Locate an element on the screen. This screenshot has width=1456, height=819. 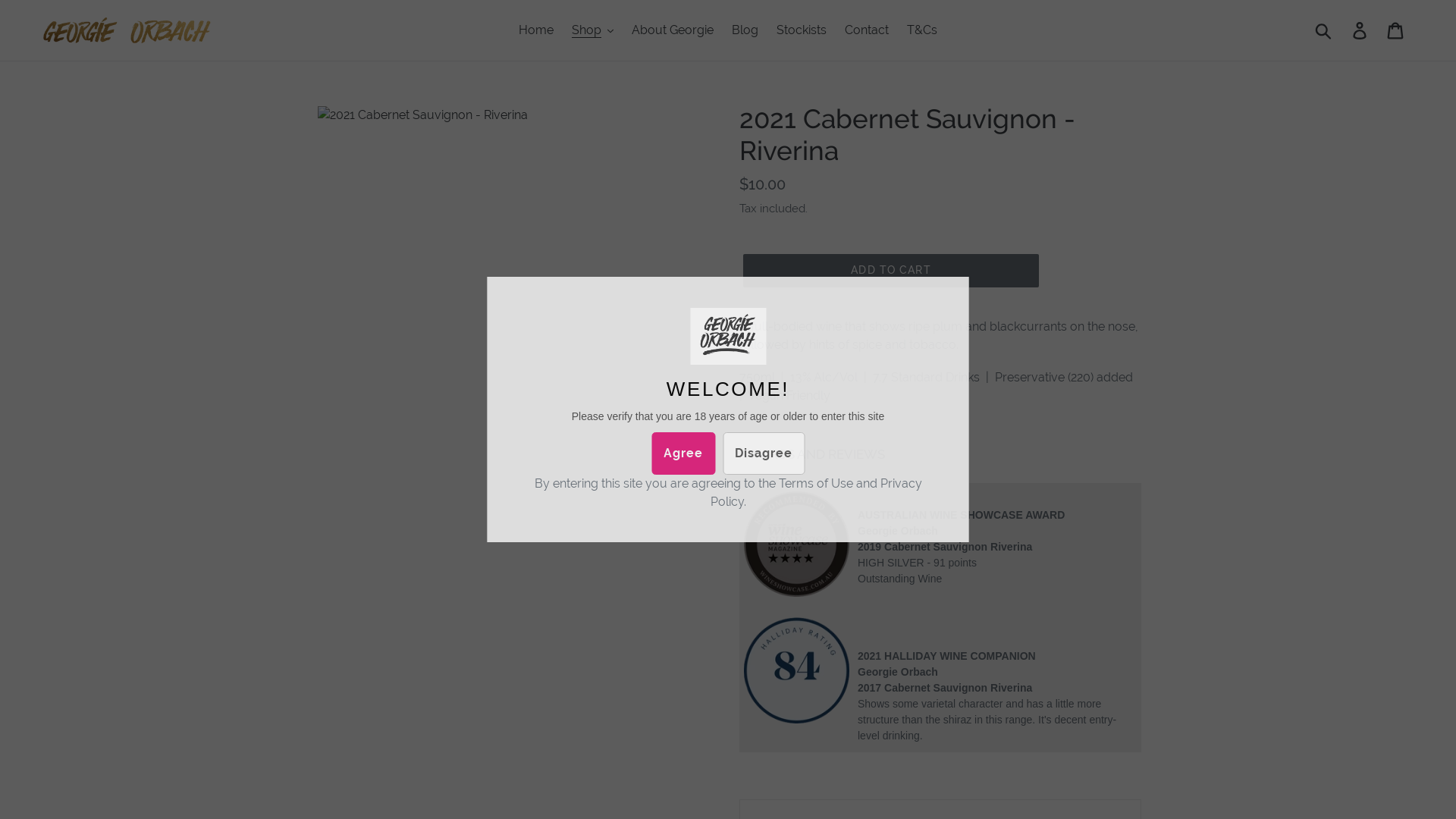
'Cart' is located at coordinates (1395, 30).